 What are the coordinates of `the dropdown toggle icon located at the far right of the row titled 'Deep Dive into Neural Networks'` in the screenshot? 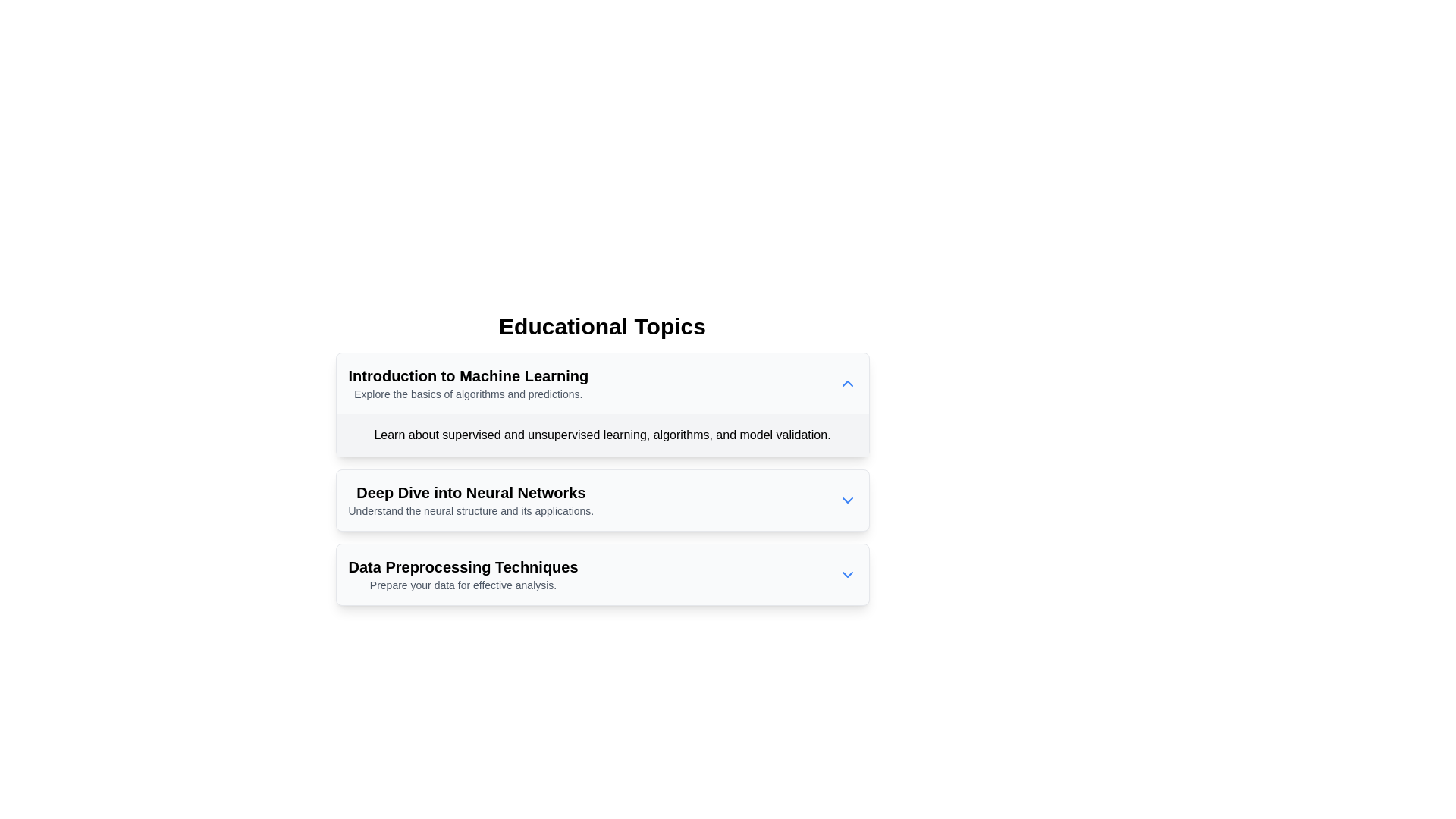 It's located at (846, 500).